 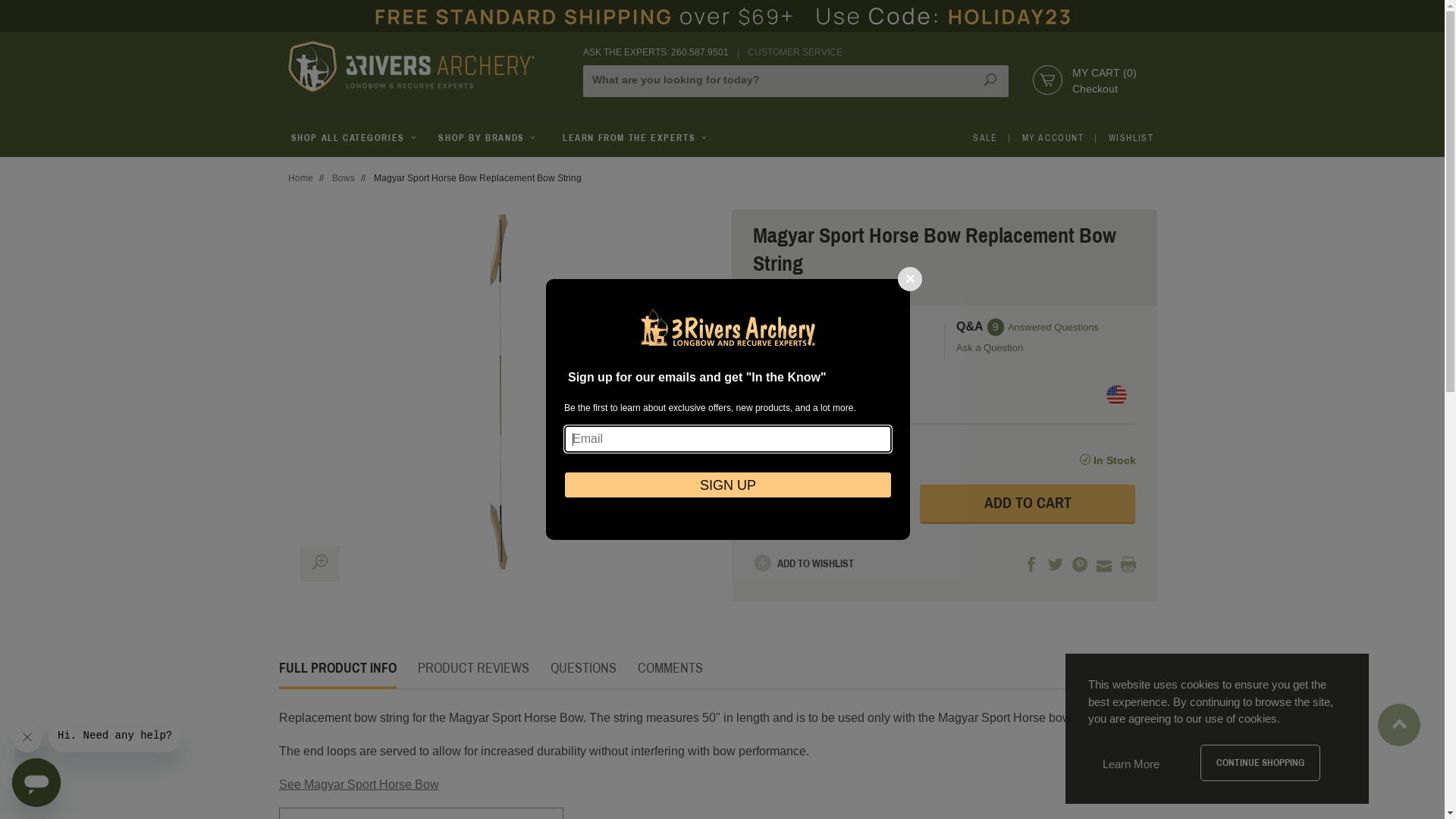 I want to click on '3Rivers Archery Supply', so click(x=411, y=65).